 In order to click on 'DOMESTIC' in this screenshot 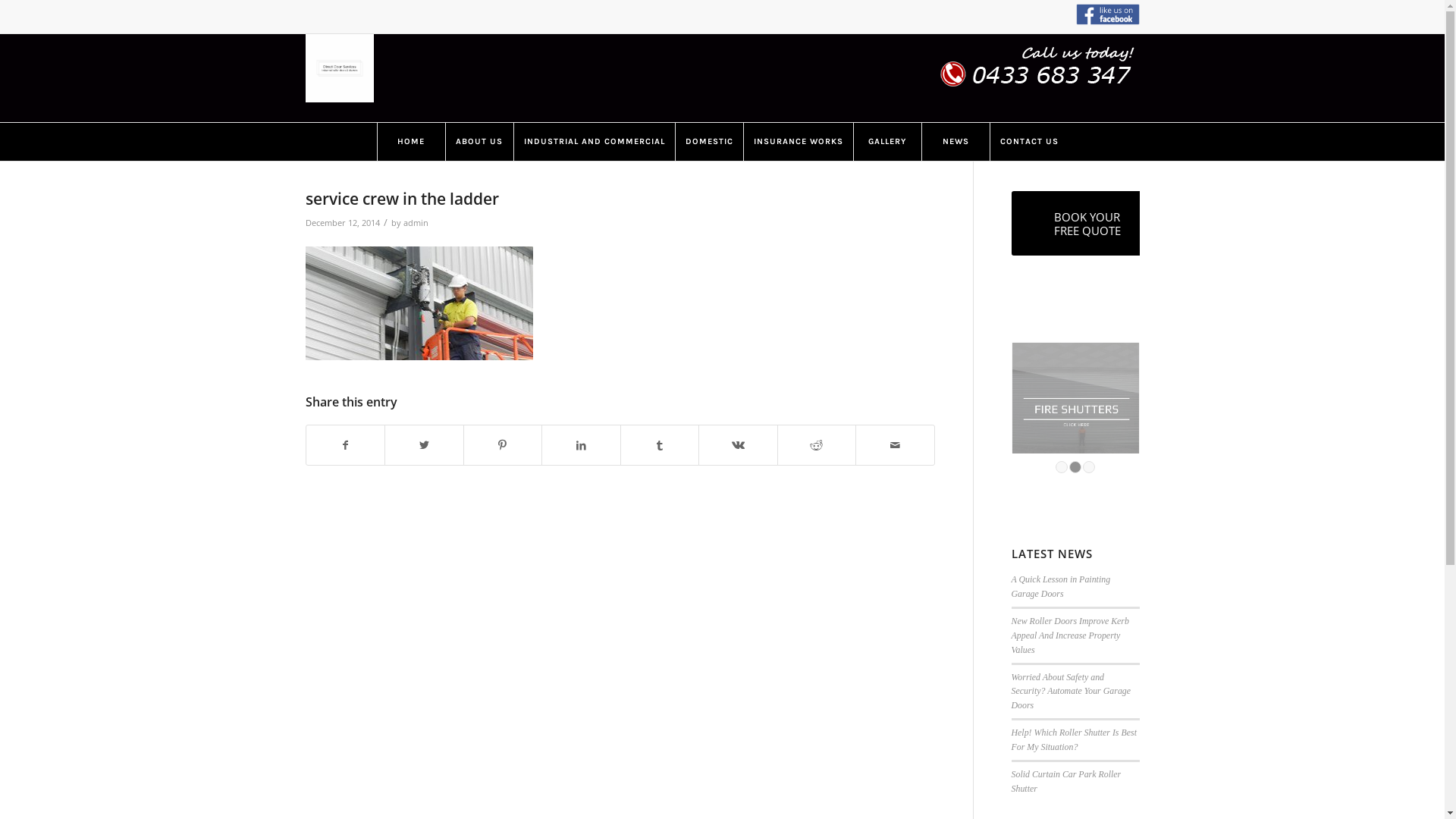, I will do `click(708, 141)`.